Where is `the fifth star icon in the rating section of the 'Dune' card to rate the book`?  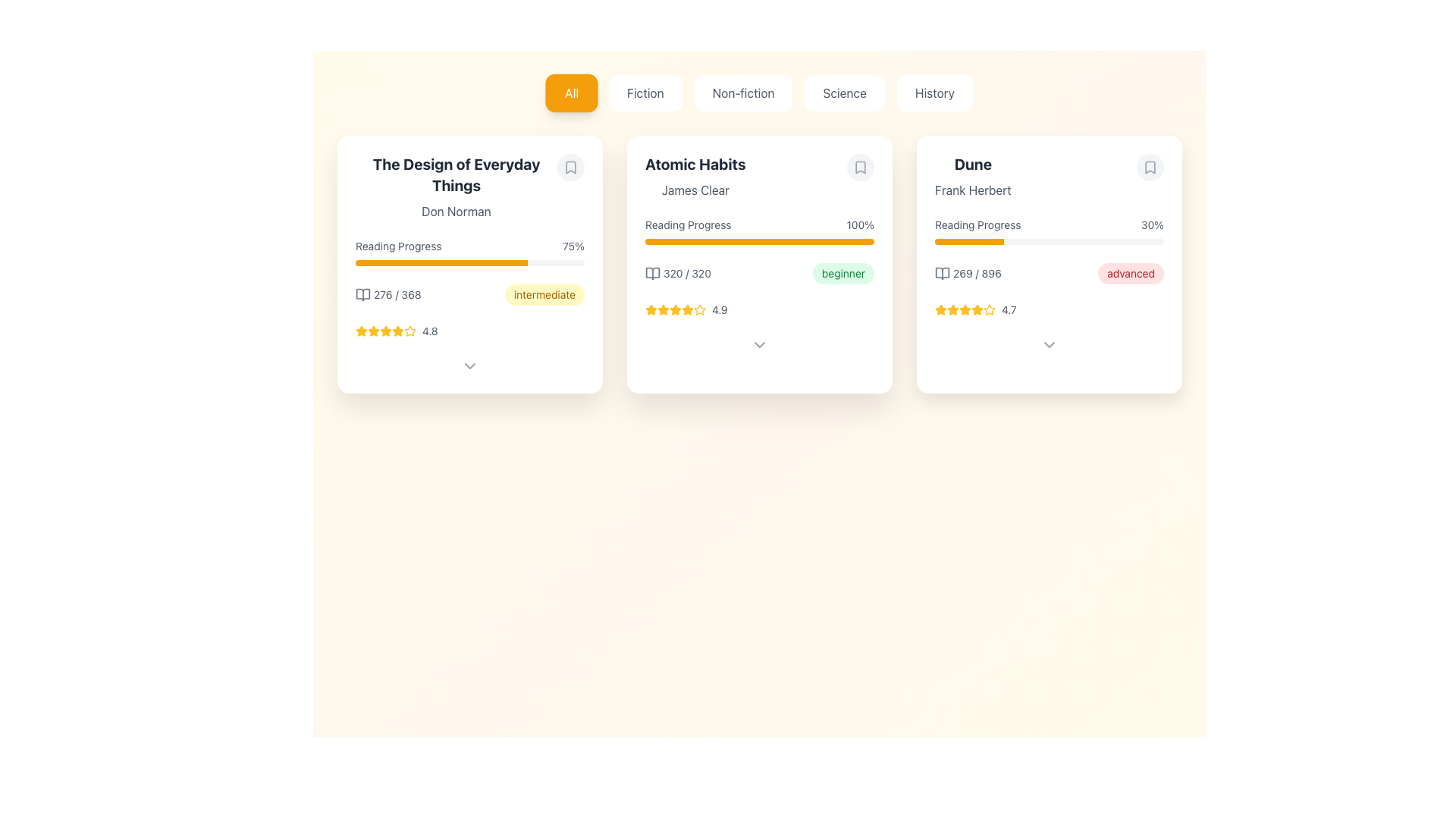
the fifth star icon in the rating section of the 'Dune' card to rate the book is located at coordinates (990, 309).